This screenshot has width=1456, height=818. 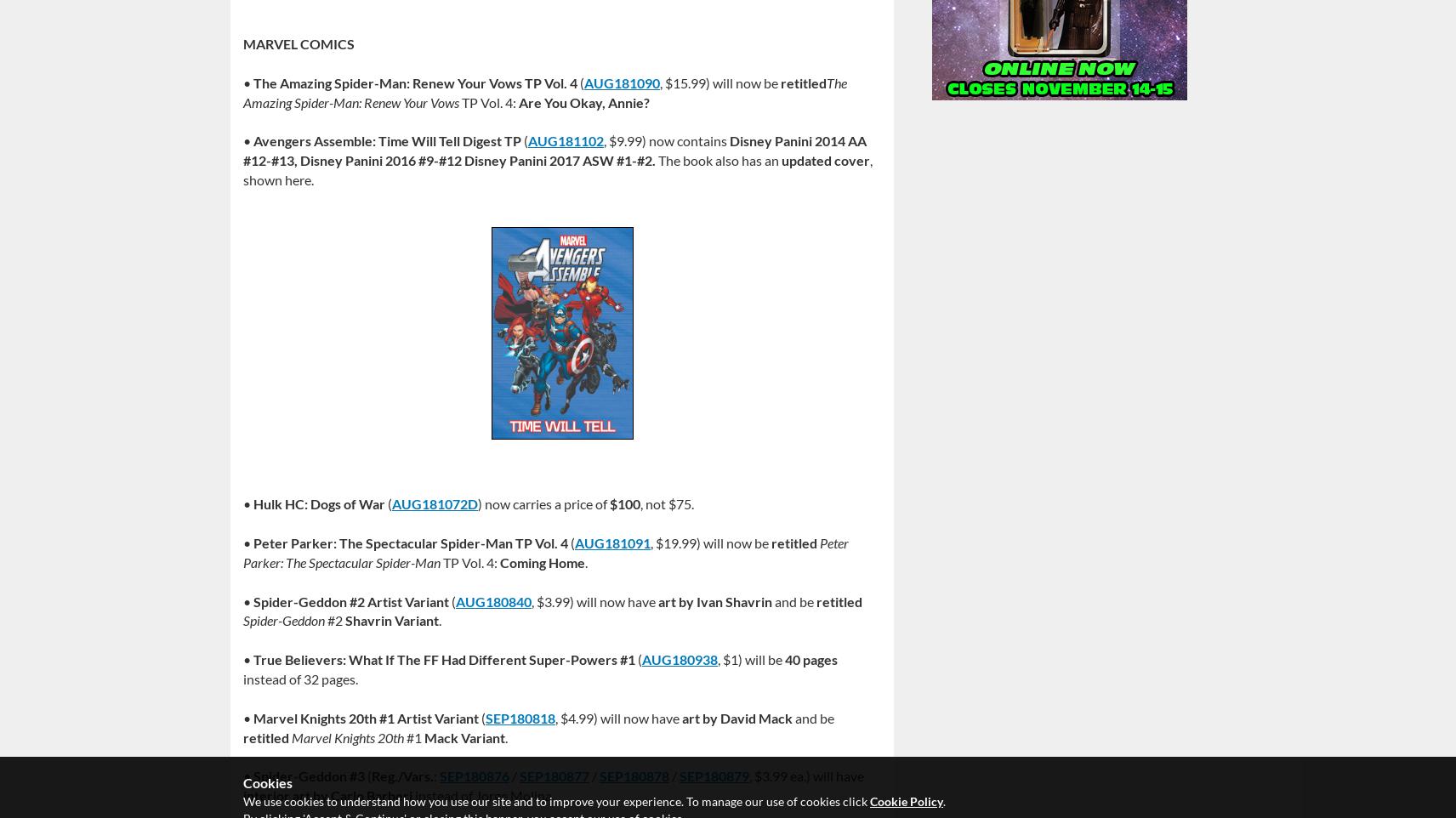 I want to click on 'SEP180877', so click(x=519, y=775).